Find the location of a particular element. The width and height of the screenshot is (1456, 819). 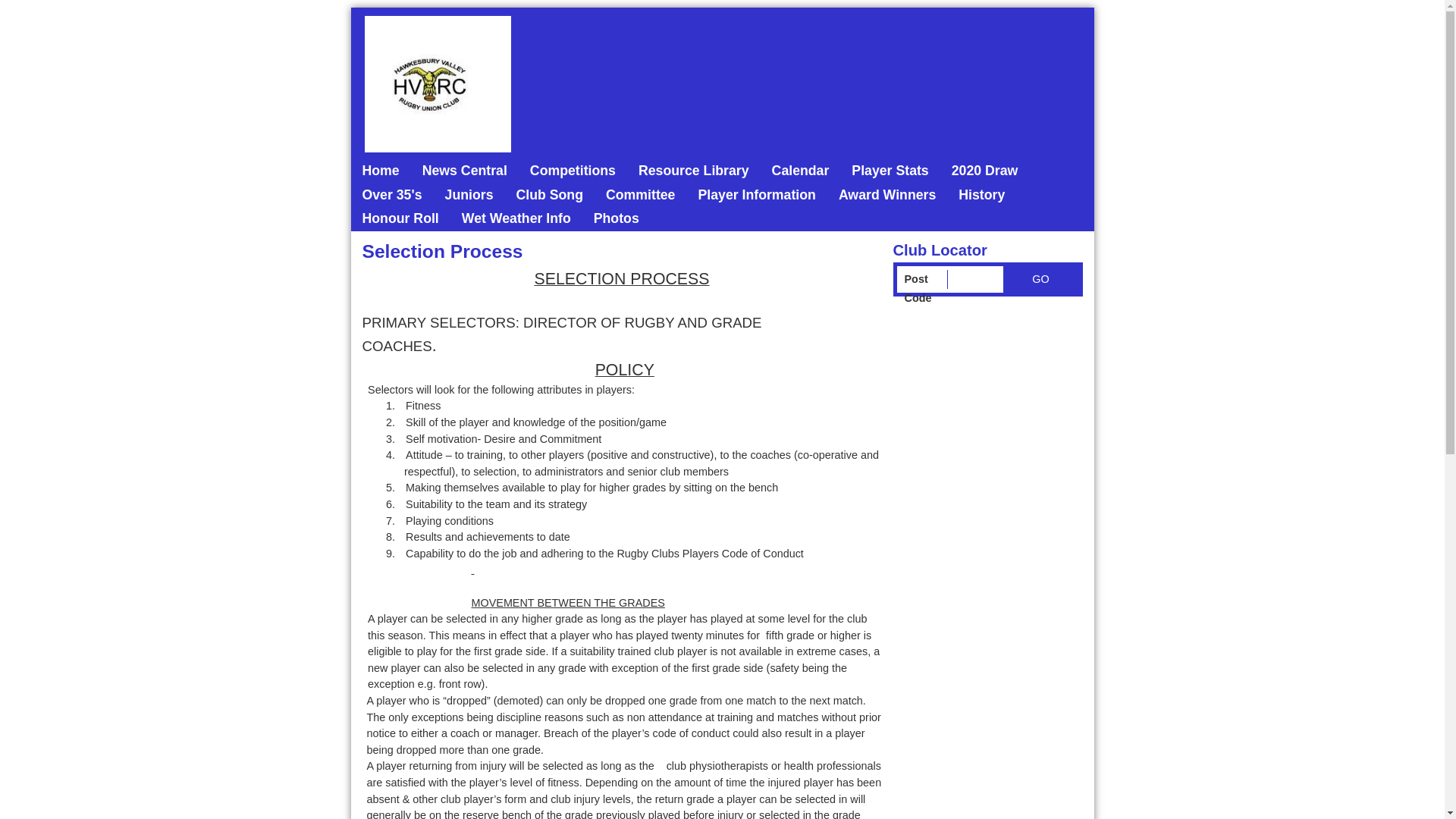

'Player Stats' is located at coordinates (890, 171).